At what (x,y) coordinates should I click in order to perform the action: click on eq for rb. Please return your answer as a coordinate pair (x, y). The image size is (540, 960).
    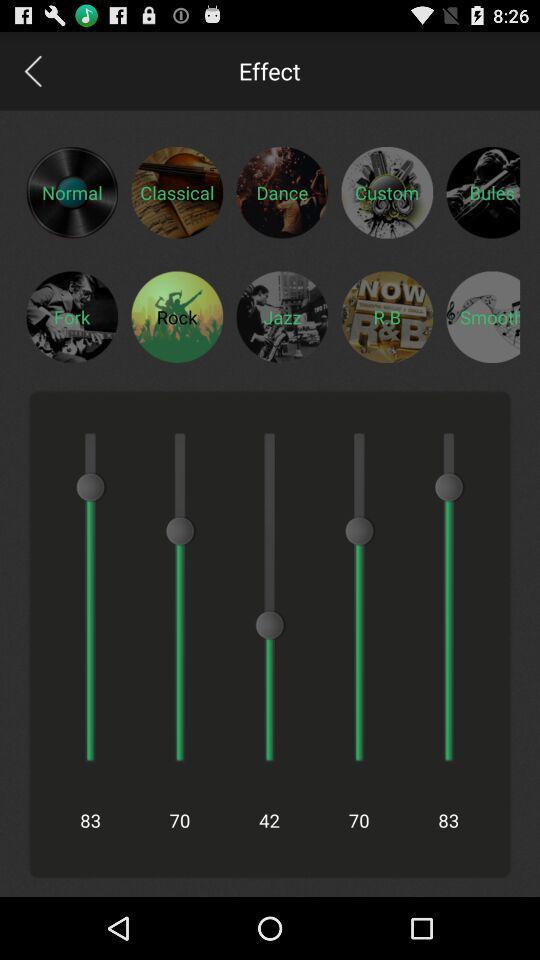
    Looking at the image, I should click on (387, 316).